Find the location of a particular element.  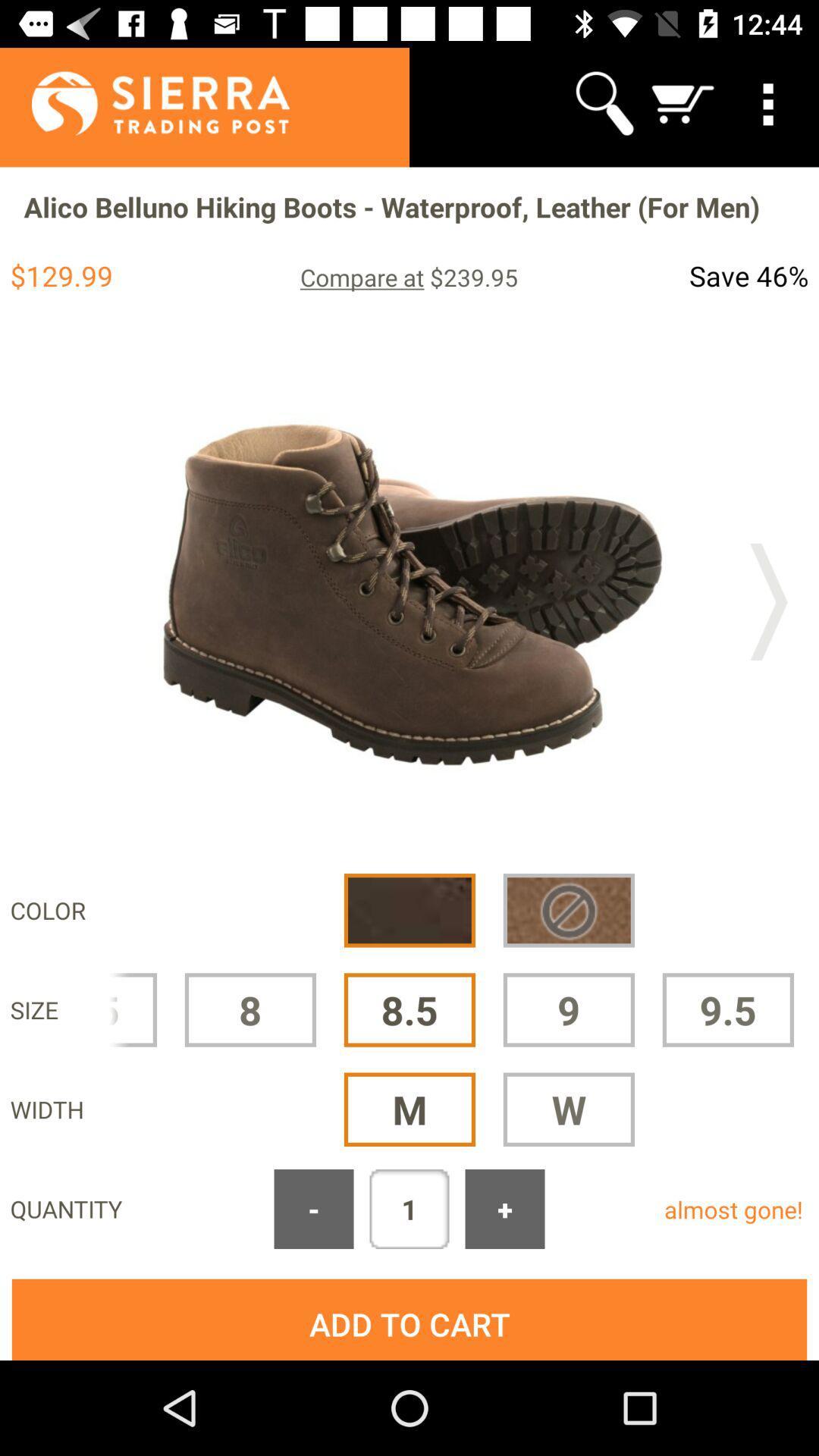

the app below alico belluno hiking item is located at coordinates (408, 277).